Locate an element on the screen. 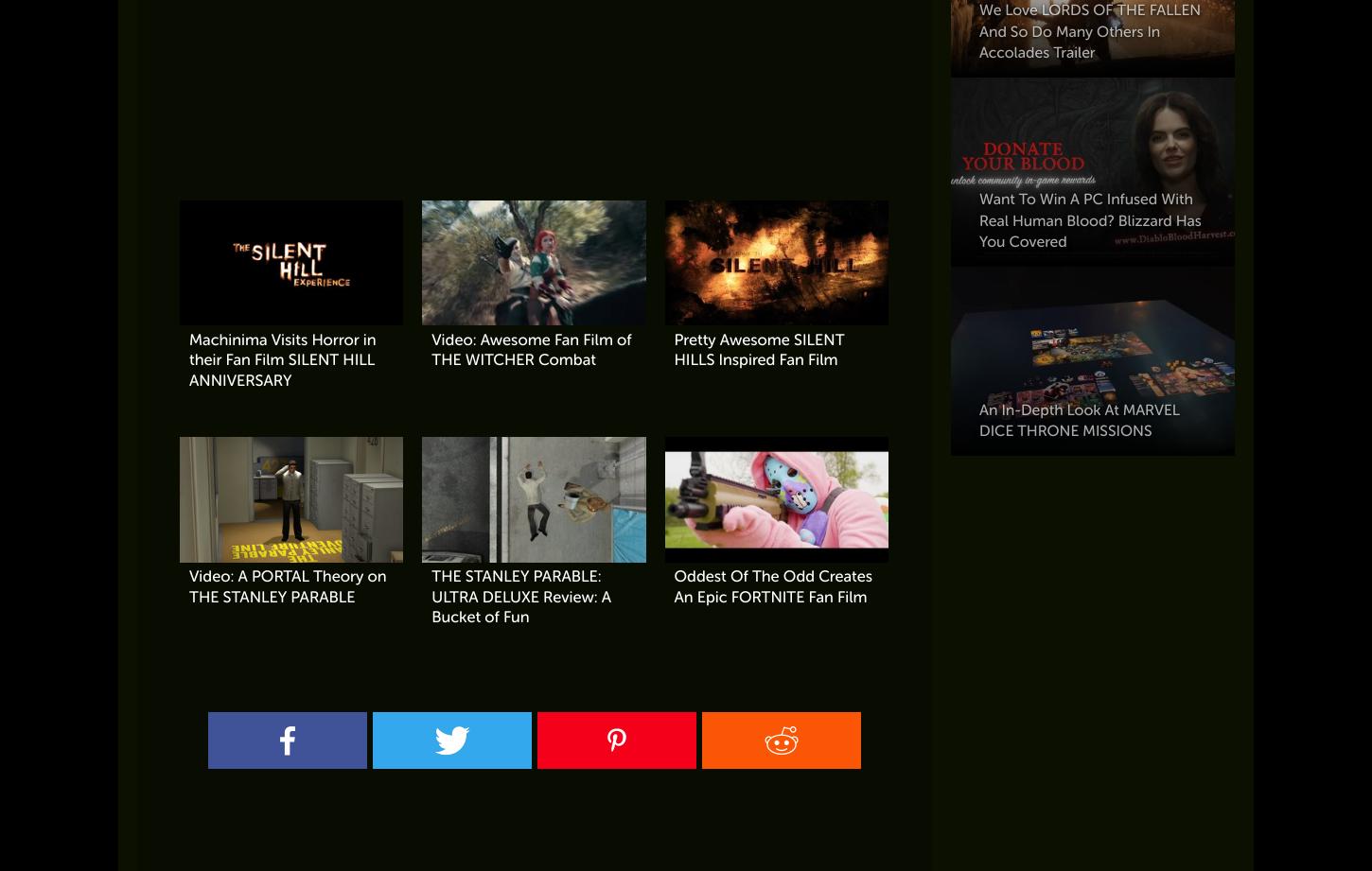 The height and width of the screenshot is (871, 1372). 'THE STANLEY PARABLE: ULTRA DELUXE Review: A Bucket of Fun' is located at coordinates (521, 596).